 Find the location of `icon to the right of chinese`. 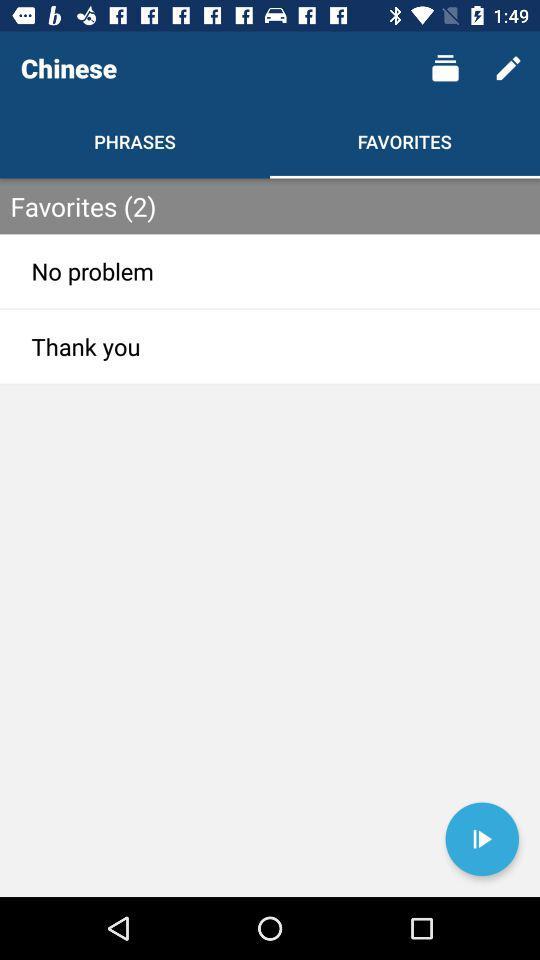

icon to the right of chinese is located at coordinates (445, 68).